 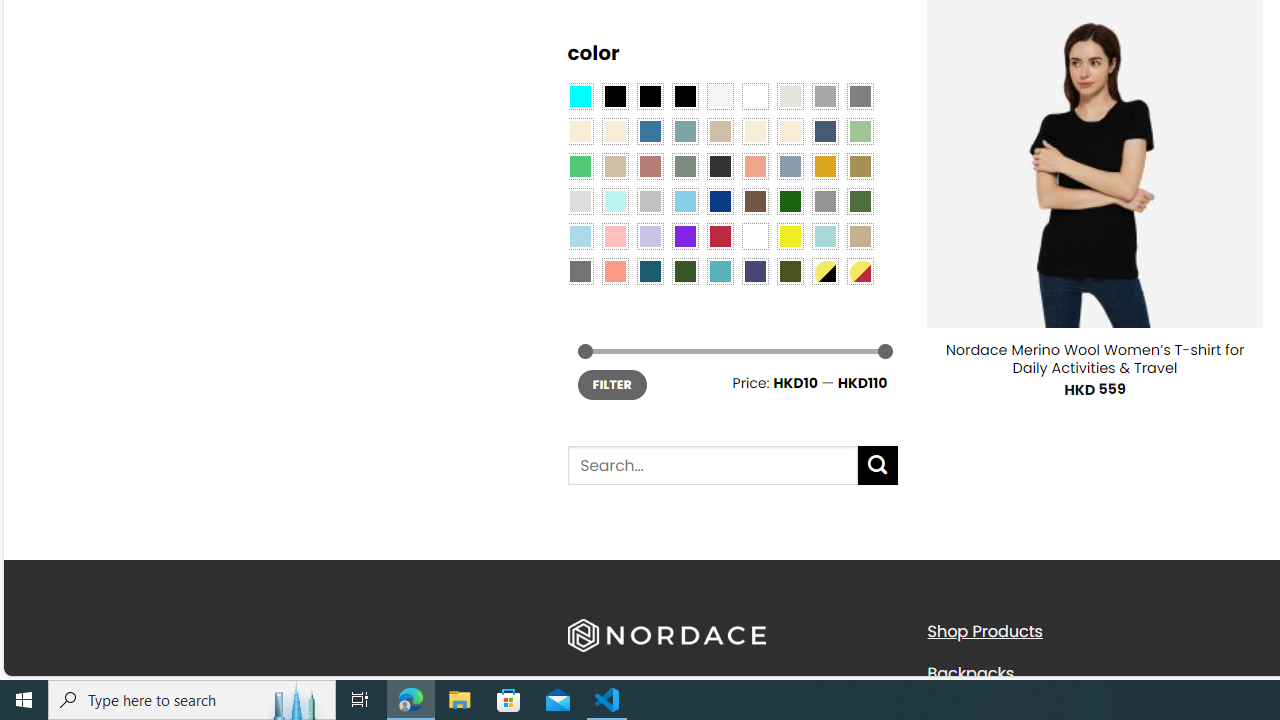 What do you see at coordinates (754, 200) in the screenshot?
I see `'Brown'` at bounding box center [754, 200].